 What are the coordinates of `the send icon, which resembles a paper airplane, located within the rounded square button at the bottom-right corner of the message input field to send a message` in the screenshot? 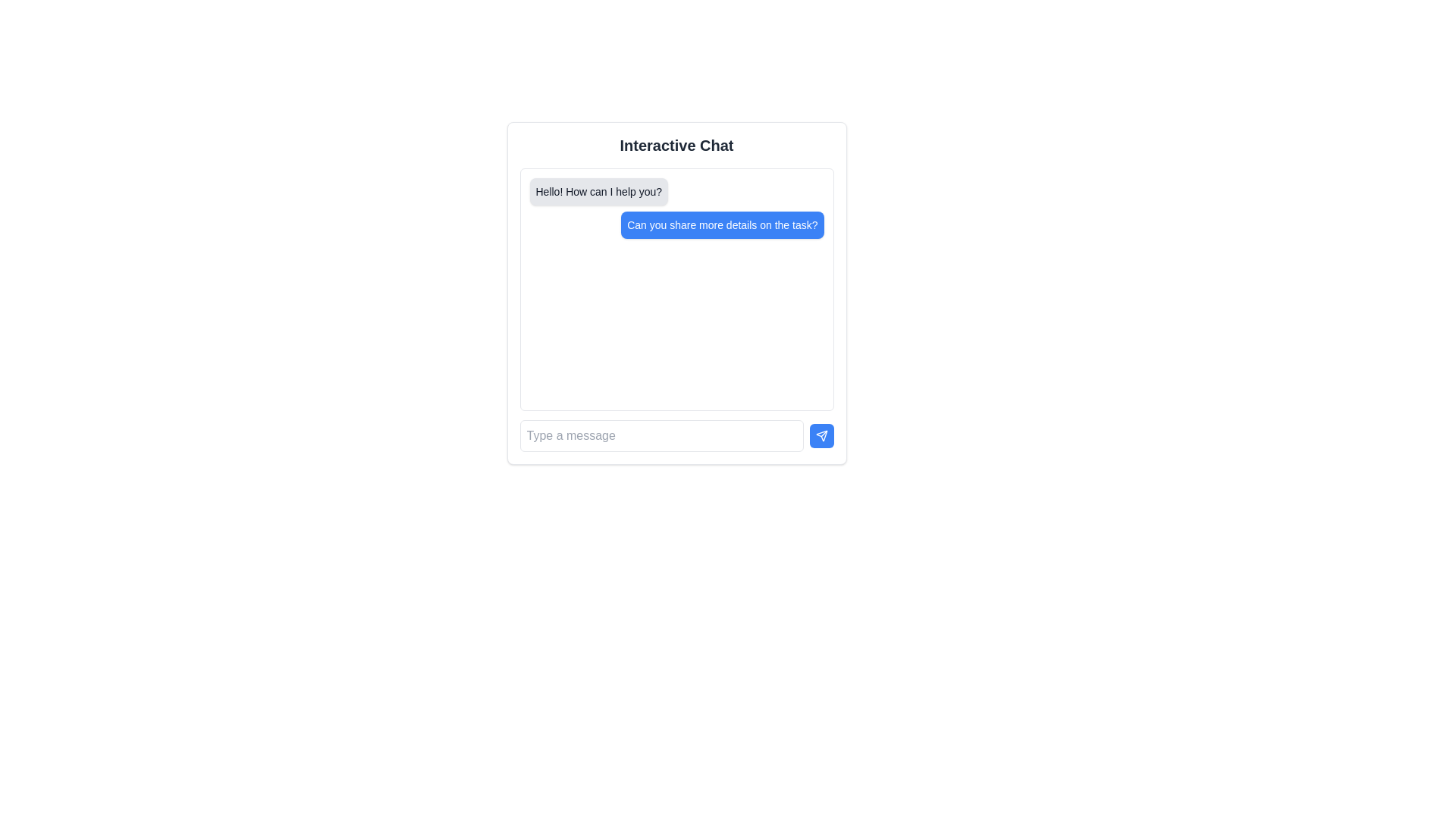 It's located at (821, 435).